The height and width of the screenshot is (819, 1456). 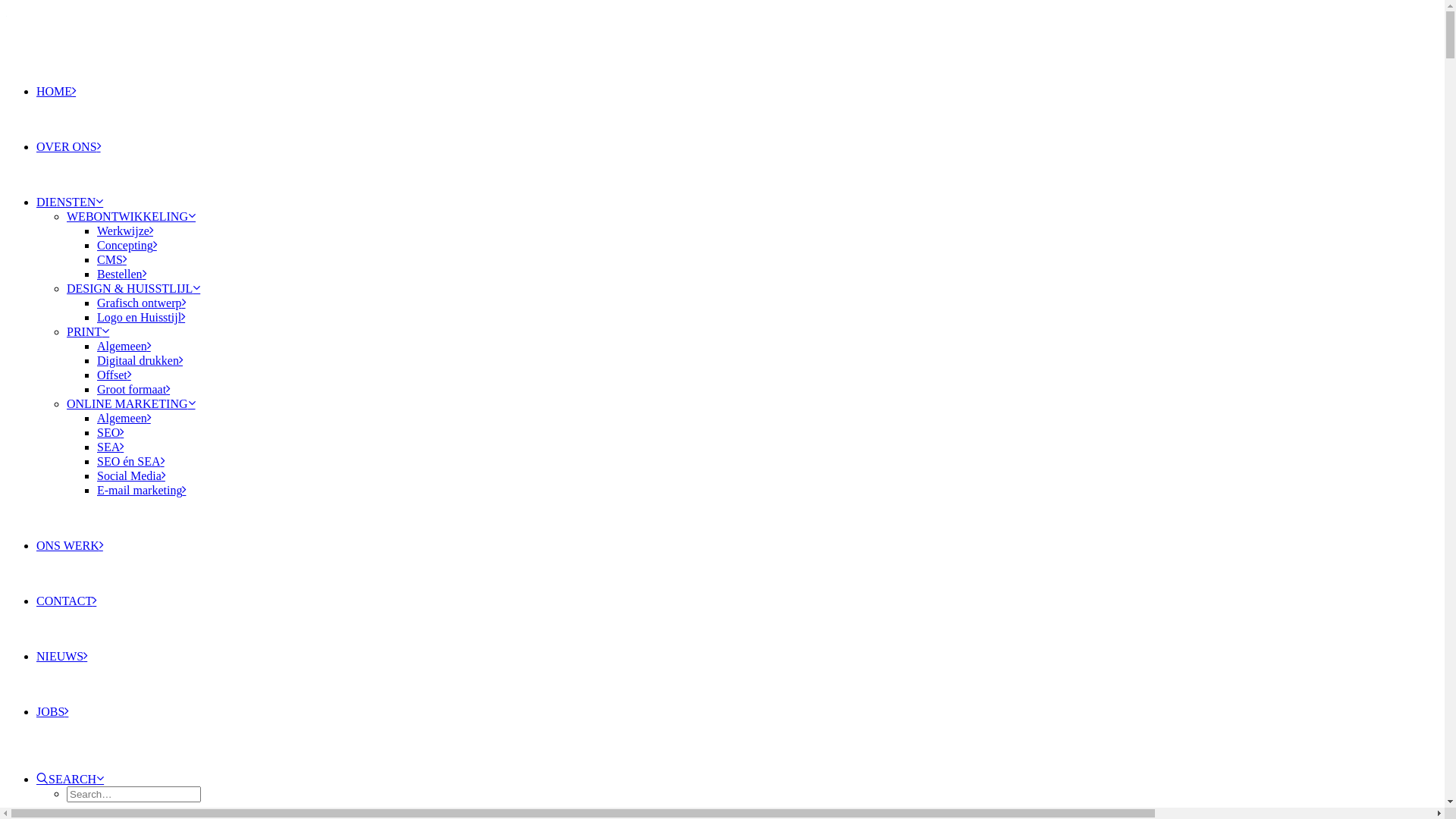 What do you see at coordinates (96, 360) in the screenshot?
I see `'Digitaal drukken'` at bounding box center [96, 360].